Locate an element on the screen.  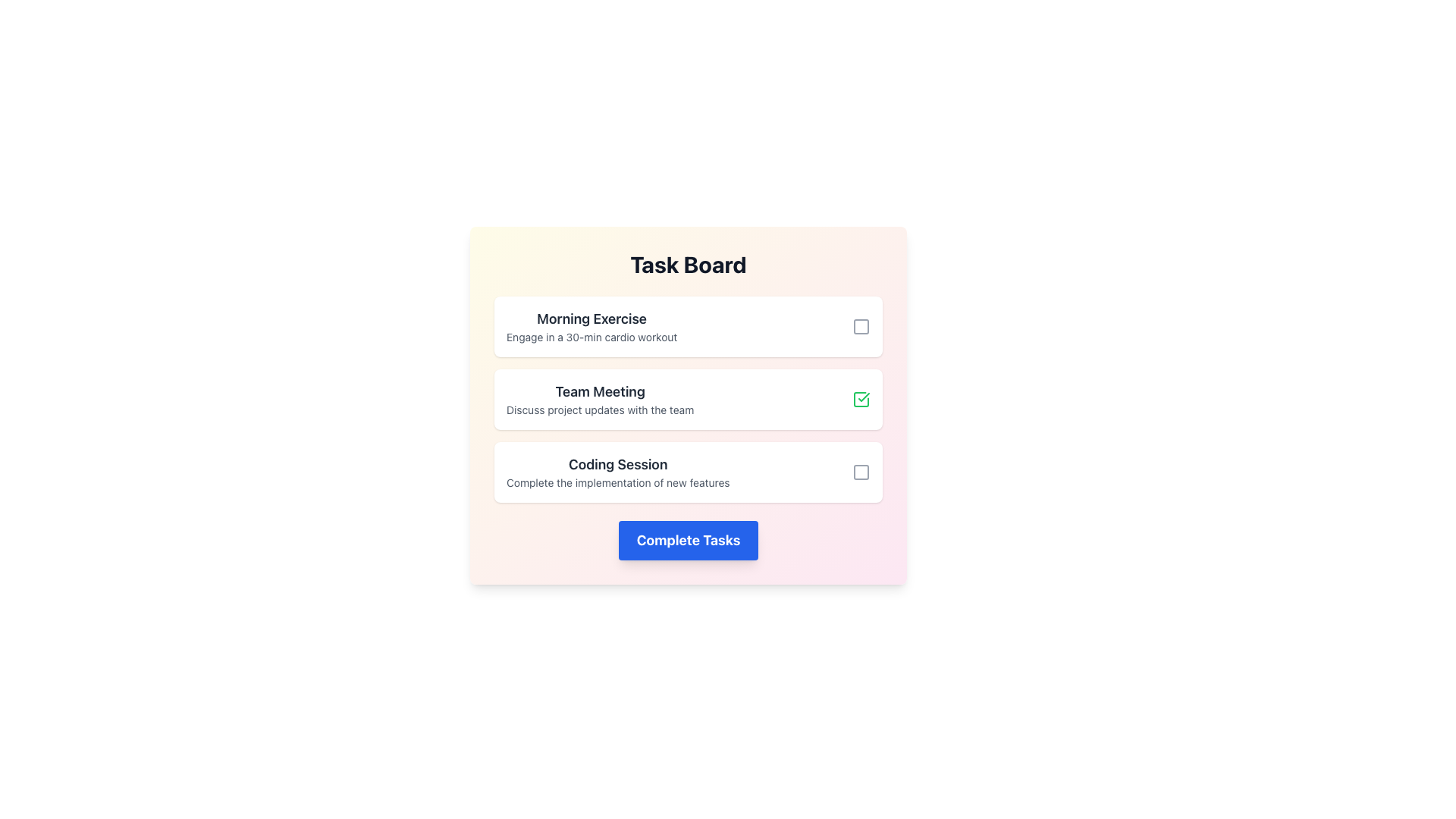
the 'Coding Session' Text Label is located at coordinates (618, 472).